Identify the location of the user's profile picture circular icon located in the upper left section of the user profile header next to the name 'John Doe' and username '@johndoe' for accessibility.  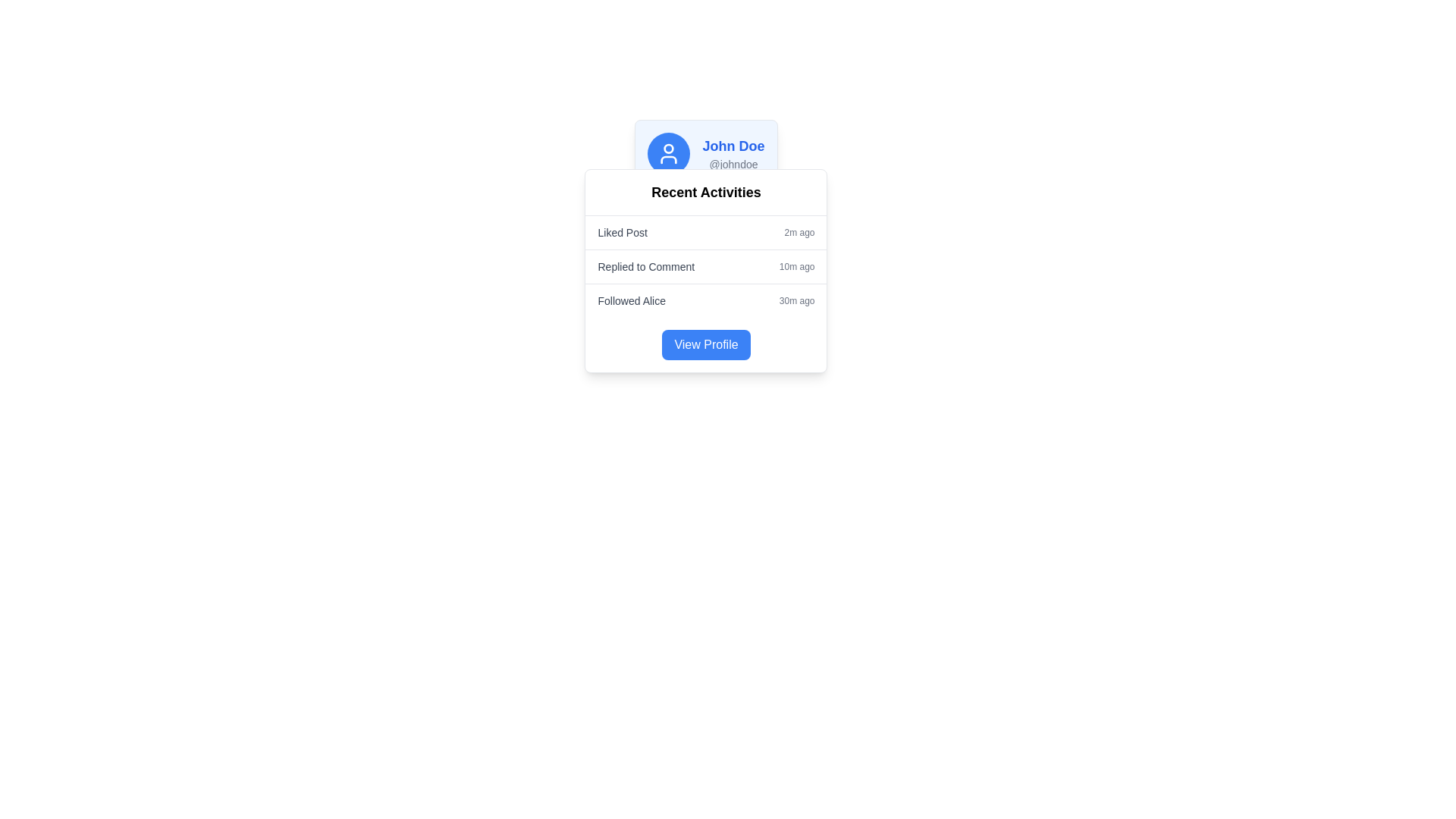
(668, 154).